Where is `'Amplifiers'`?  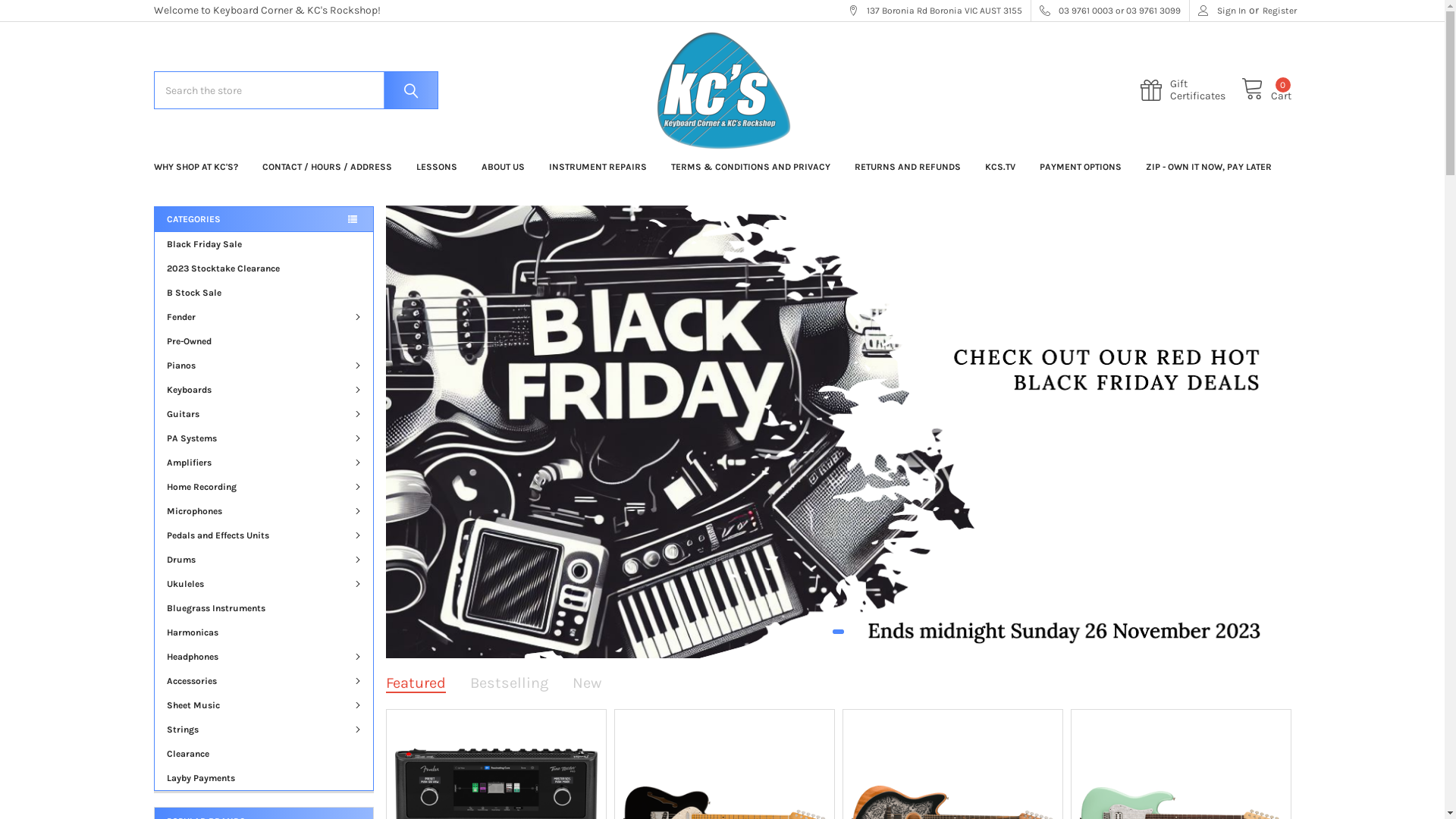
'Amplifiers' is located at coordinates (154, 461).